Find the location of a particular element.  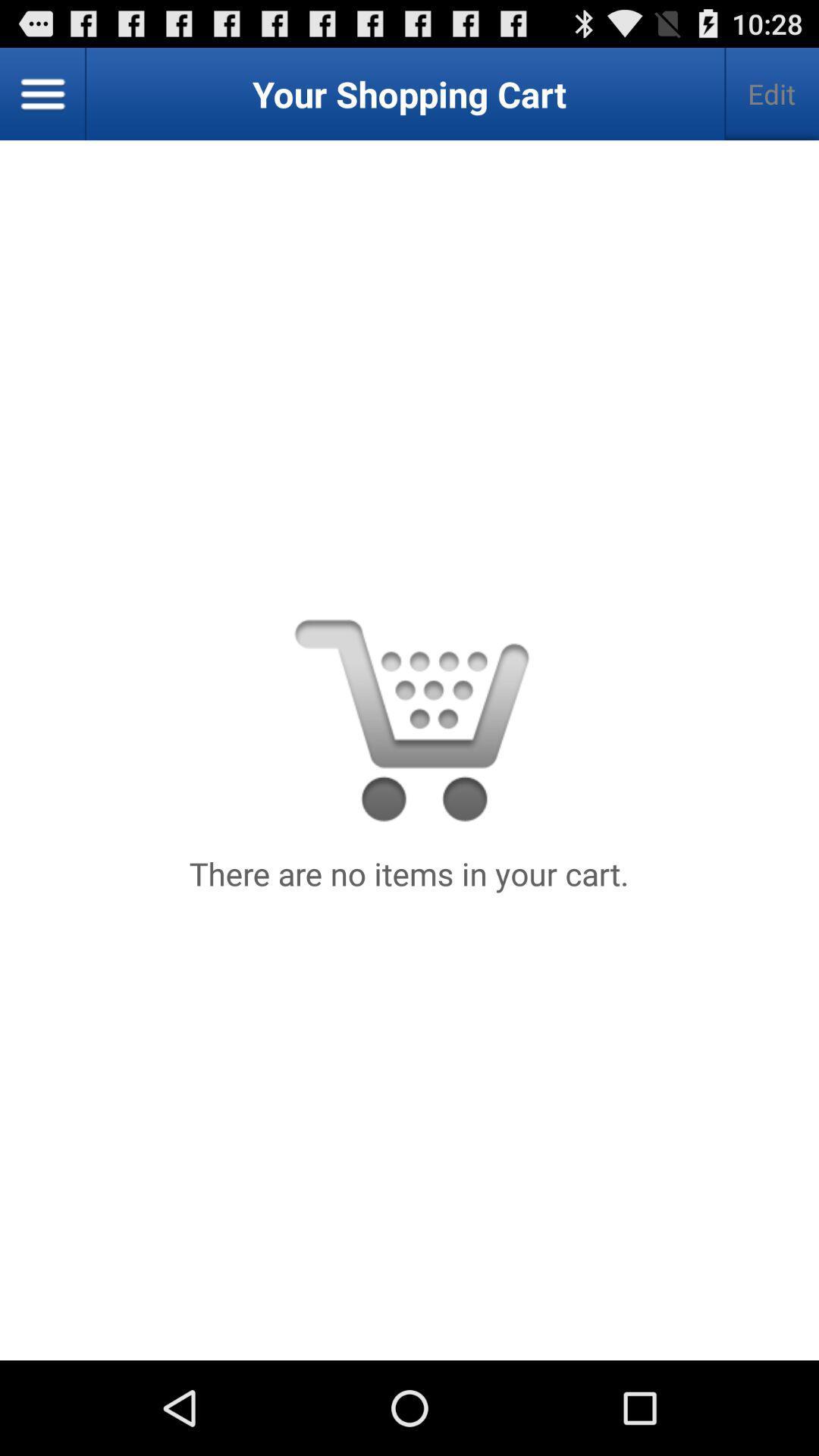

the button next to the edit button is located at coordinates (42, 93).